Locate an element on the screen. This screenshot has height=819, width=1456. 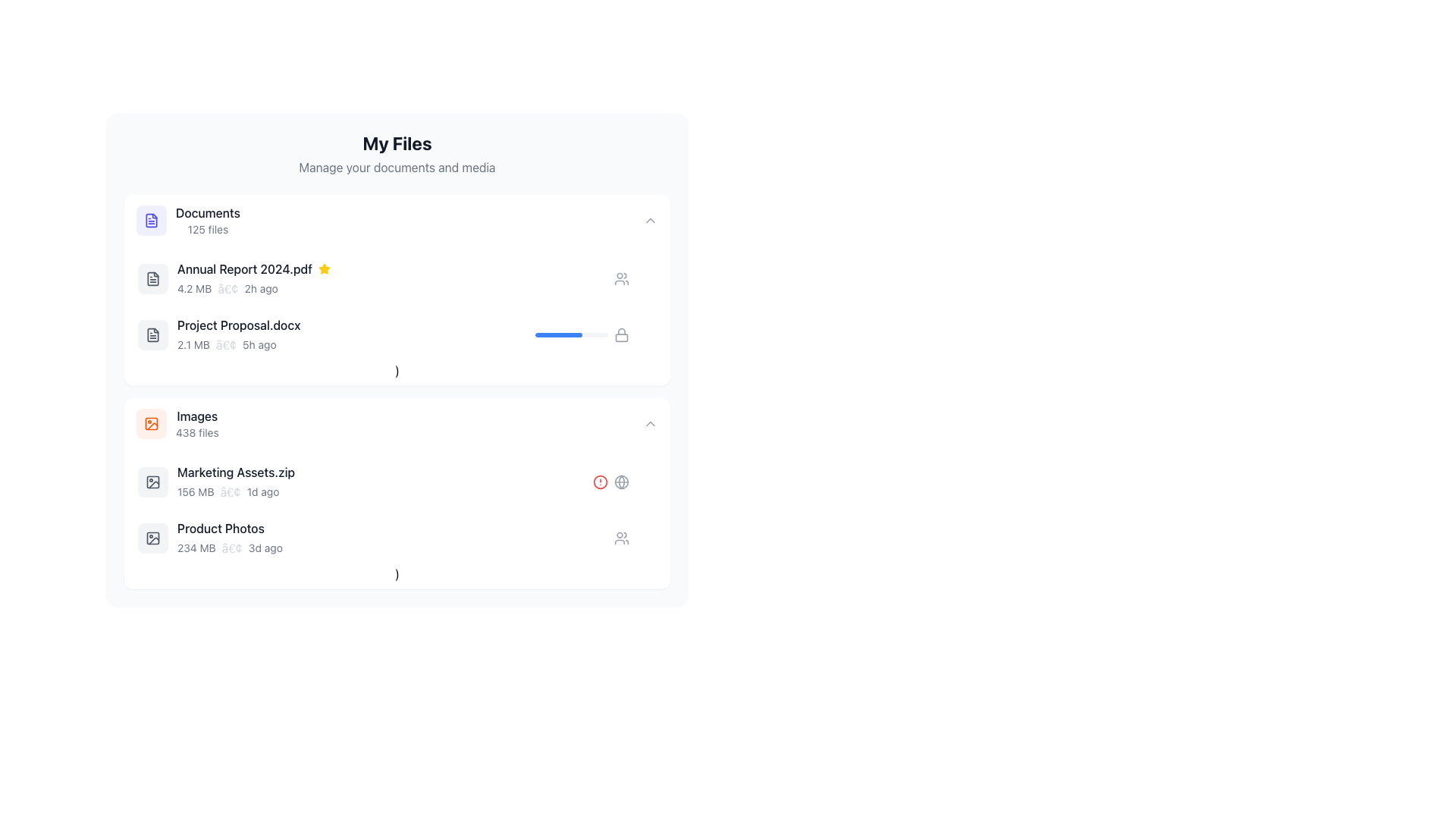
the document icon representing 'Annual Report 2024.pdf' is located at coordinates (152, 278).